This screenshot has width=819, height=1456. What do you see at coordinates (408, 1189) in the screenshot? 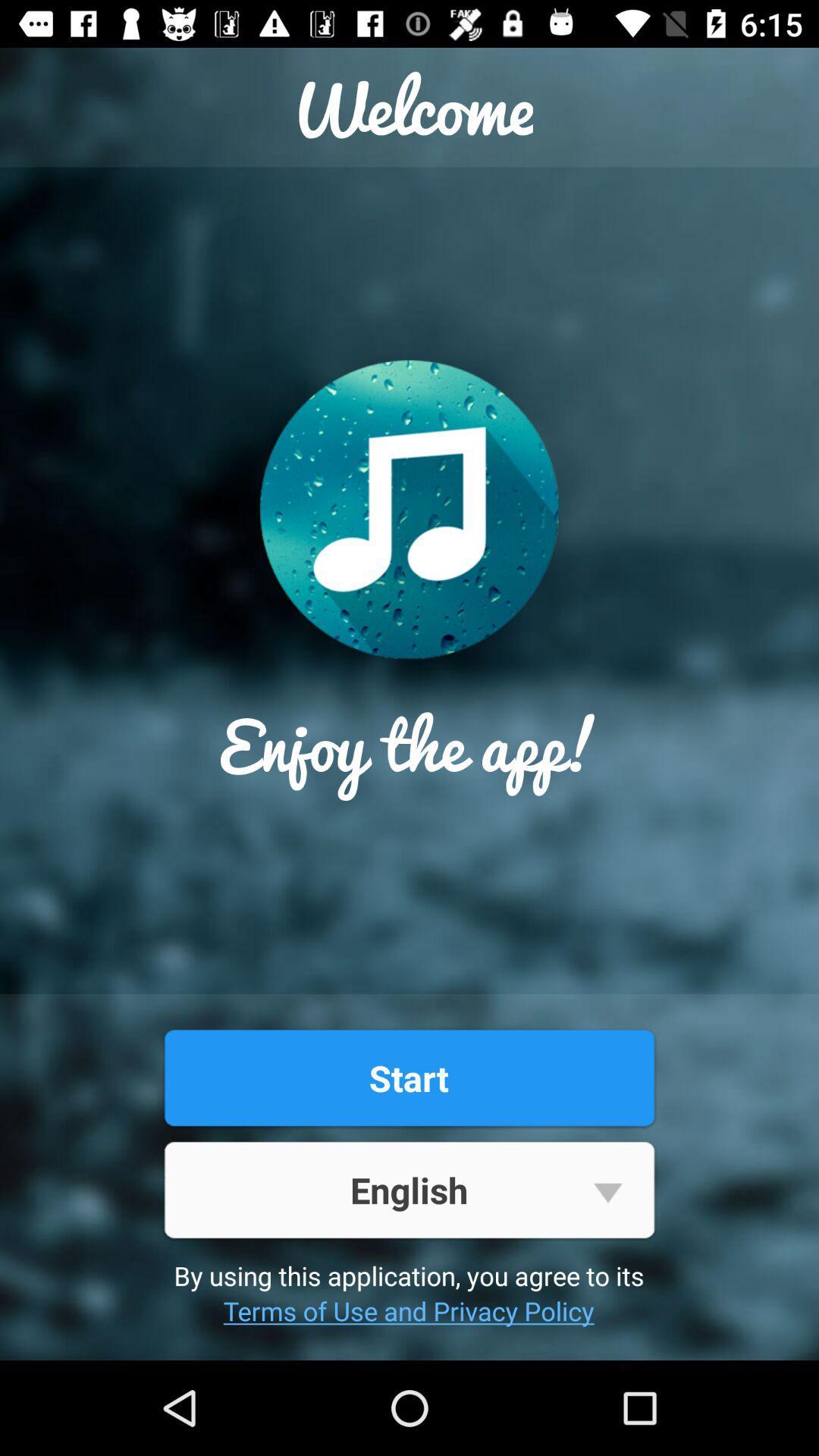
I see `the item above by using this icon` at bounding box center [408, 1189].